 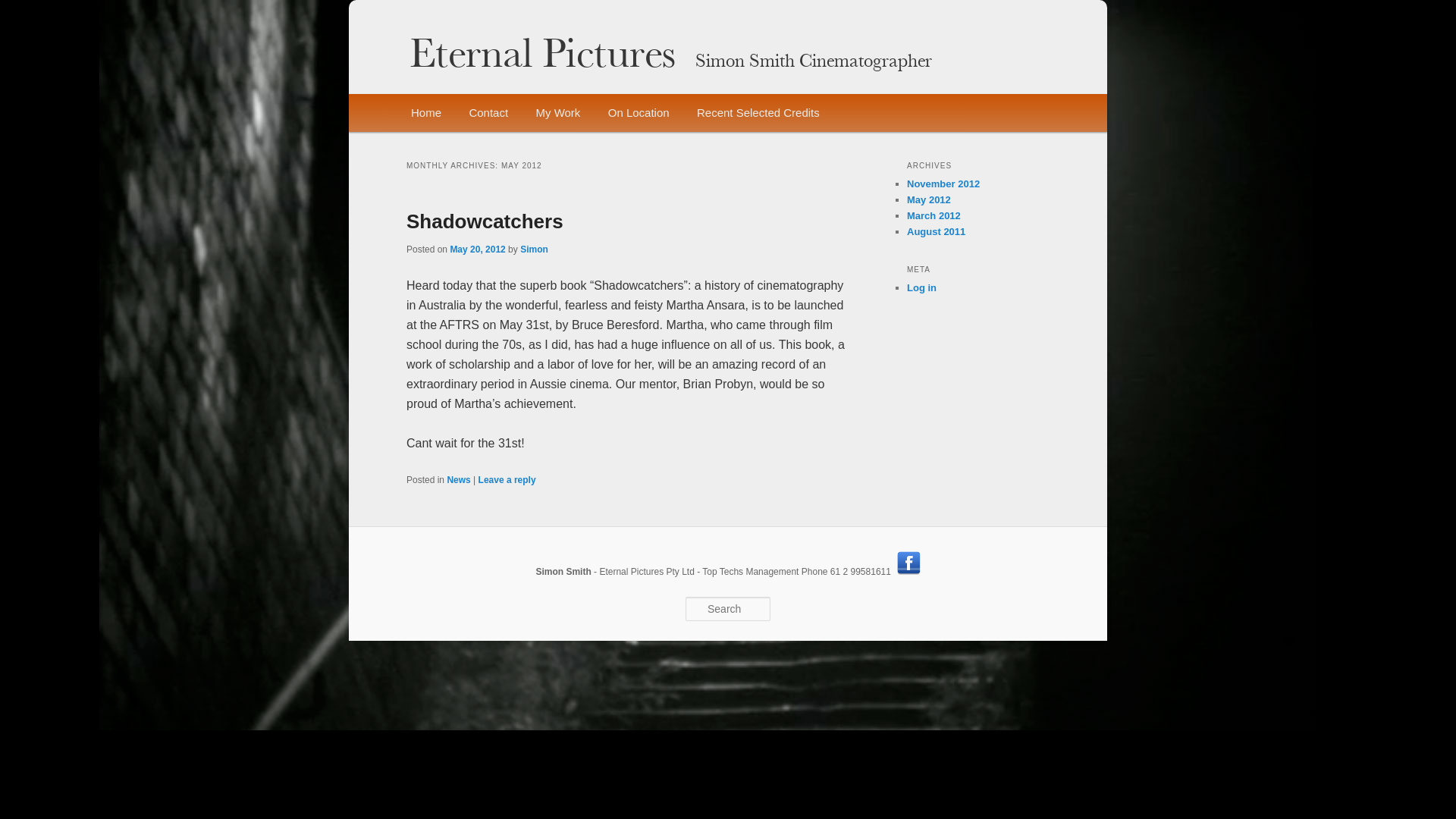 I want to click on 'Home', so click(x=397, y=112).